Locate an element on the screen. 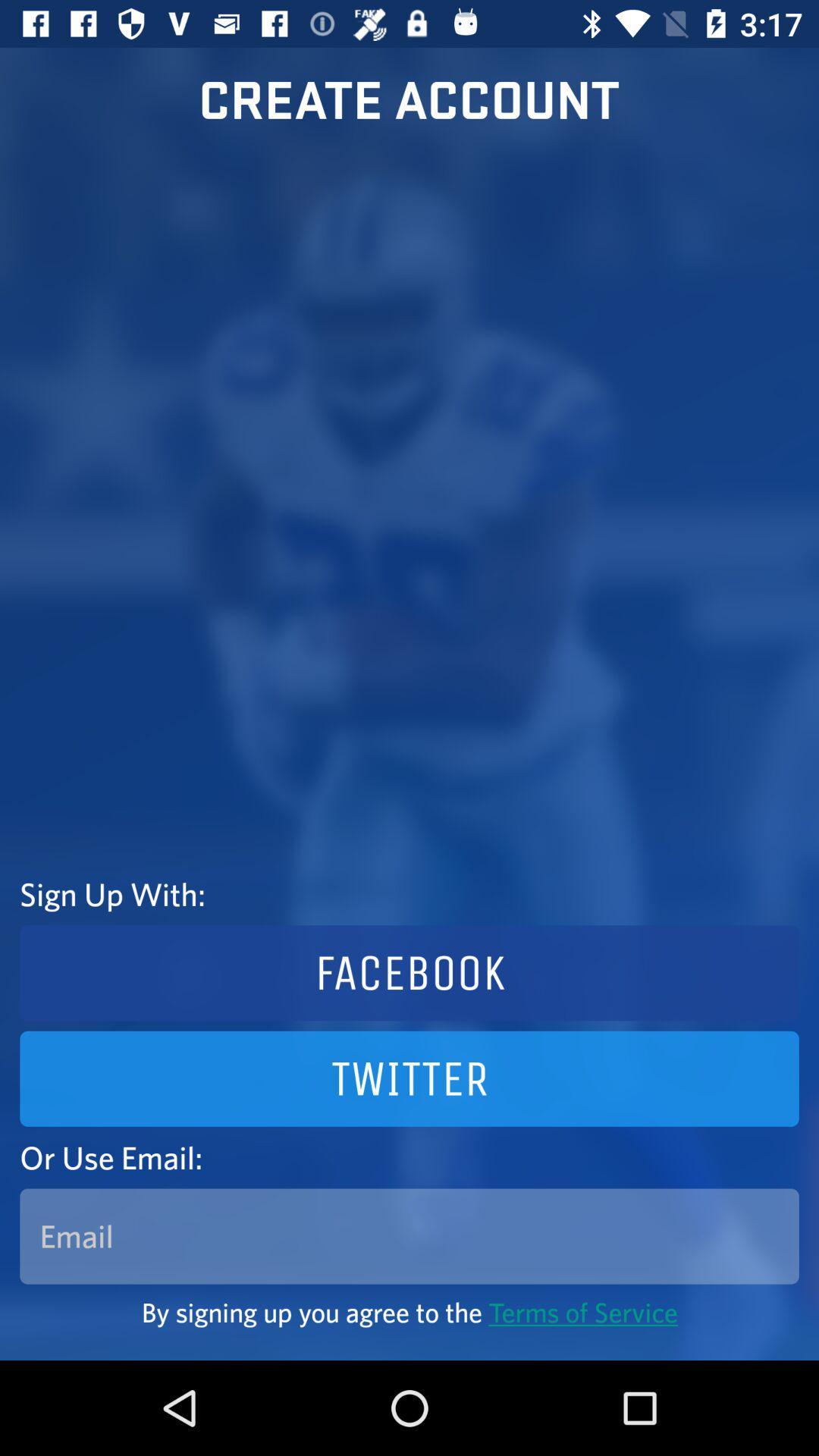 The height and width of the screenshot is (1456, 819). the icon above the or use email: is located at coordinates (409, 1078).